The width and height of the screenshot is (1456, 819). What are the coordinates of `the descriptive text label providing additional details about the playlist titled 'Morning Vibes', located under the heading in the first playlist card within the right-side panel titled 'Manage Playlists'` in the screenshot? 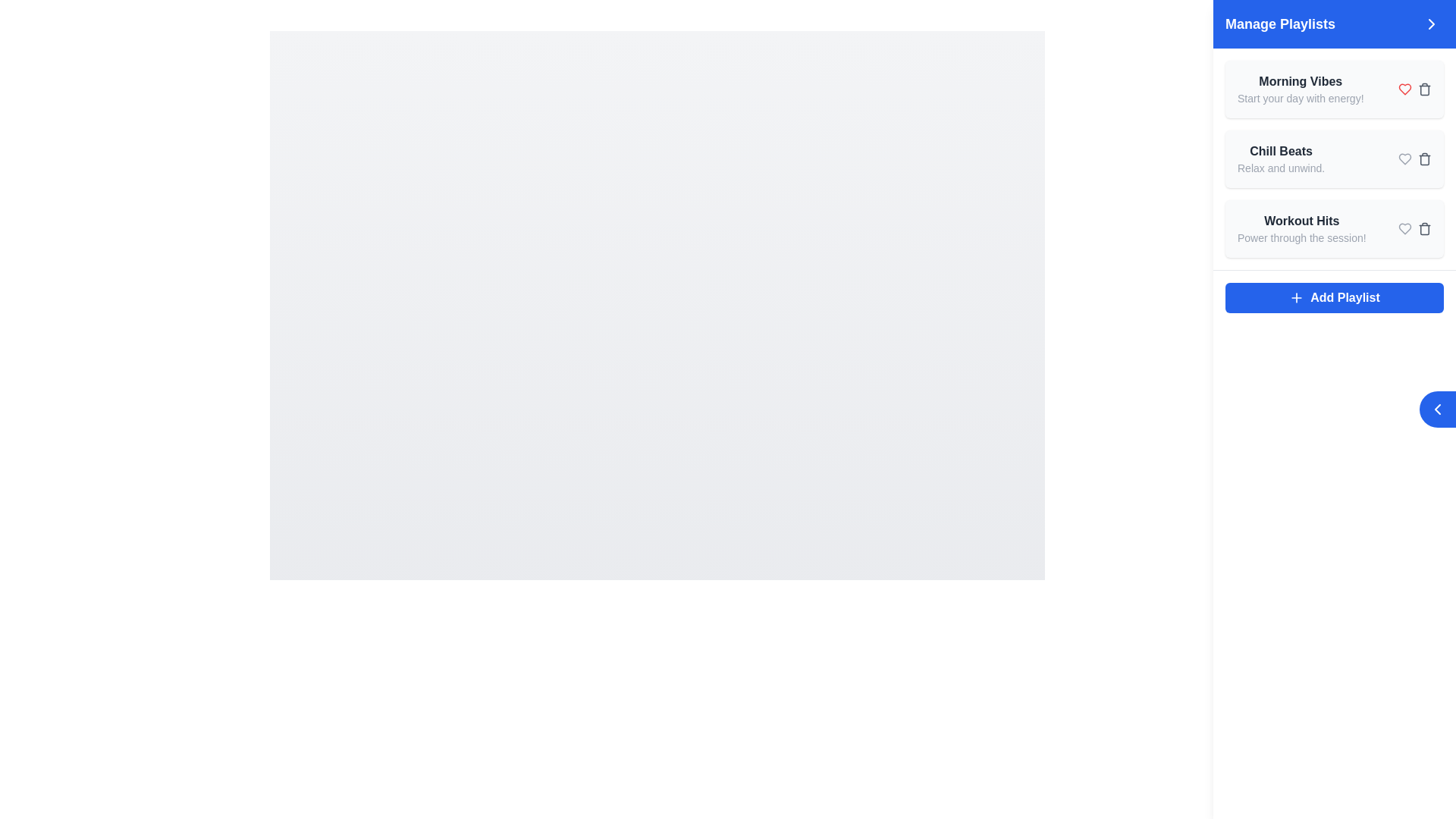 It's located at (1300, 99).